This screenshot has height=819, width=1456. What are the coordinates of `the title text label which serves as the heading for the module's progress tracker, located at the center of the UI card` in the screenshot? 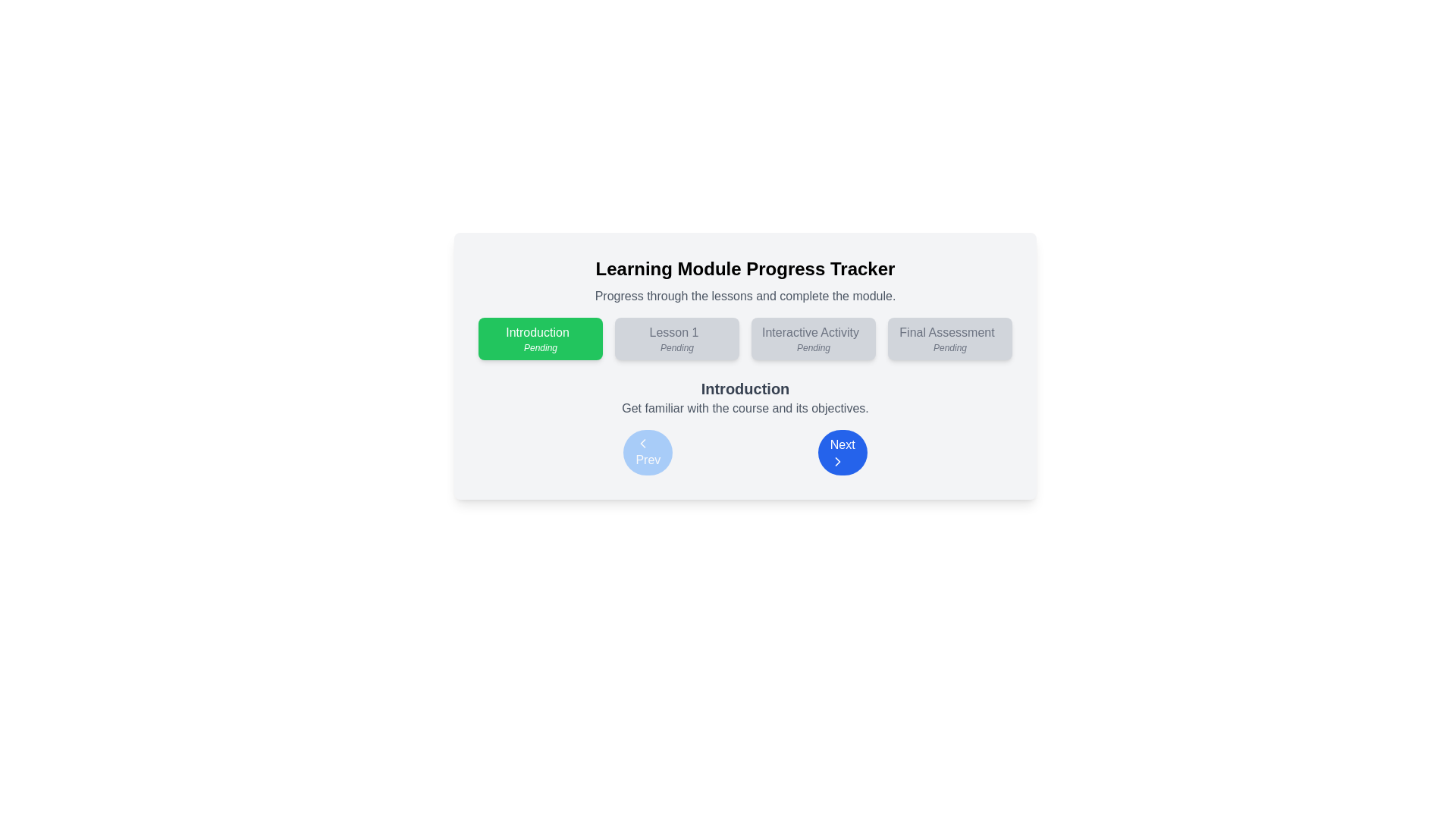 It's located at (745, 268).